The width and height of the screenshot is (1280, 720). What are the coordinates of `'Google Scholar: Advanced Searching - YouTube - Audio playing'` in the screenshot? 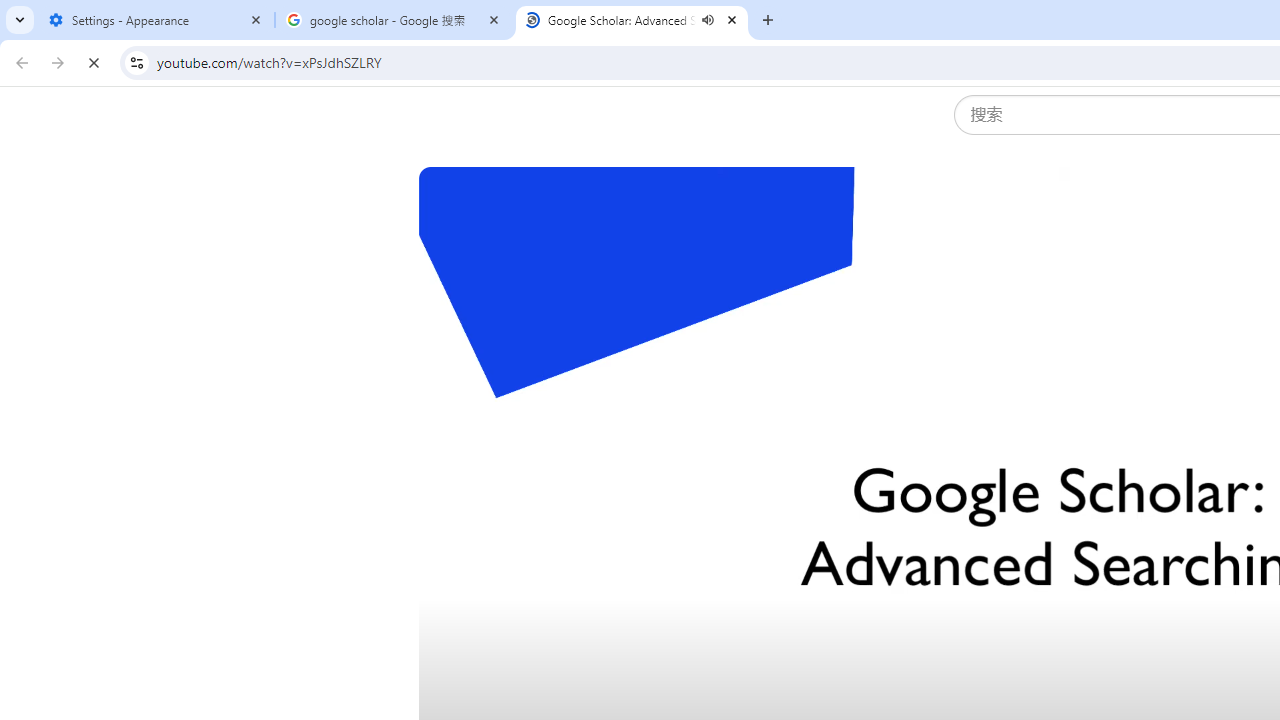 It's located at (631, 20).